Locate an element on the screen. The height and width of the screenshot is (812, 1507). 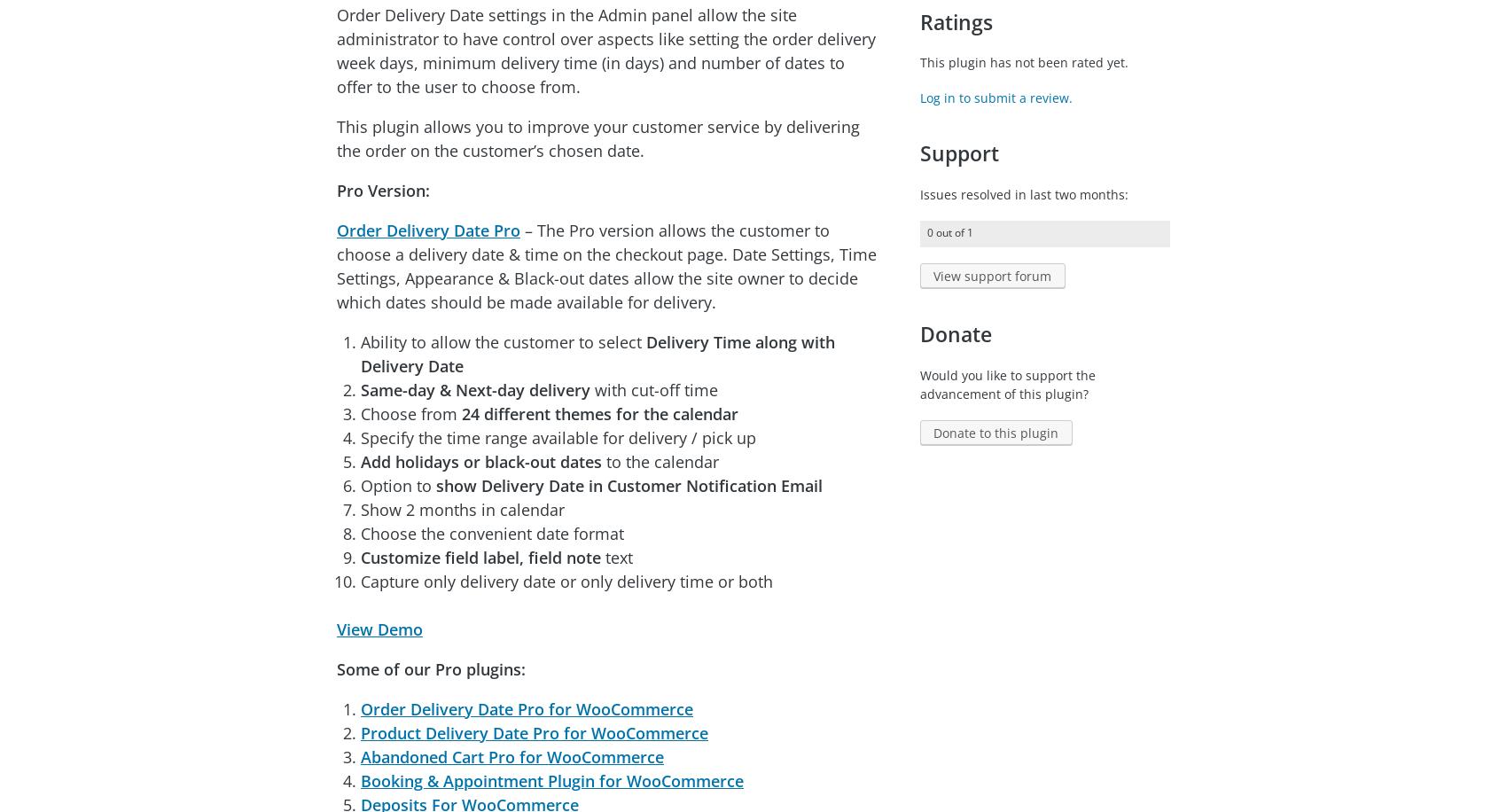
'Specify the time range available for delivery / pick up' is located at coordinates (558, 436).